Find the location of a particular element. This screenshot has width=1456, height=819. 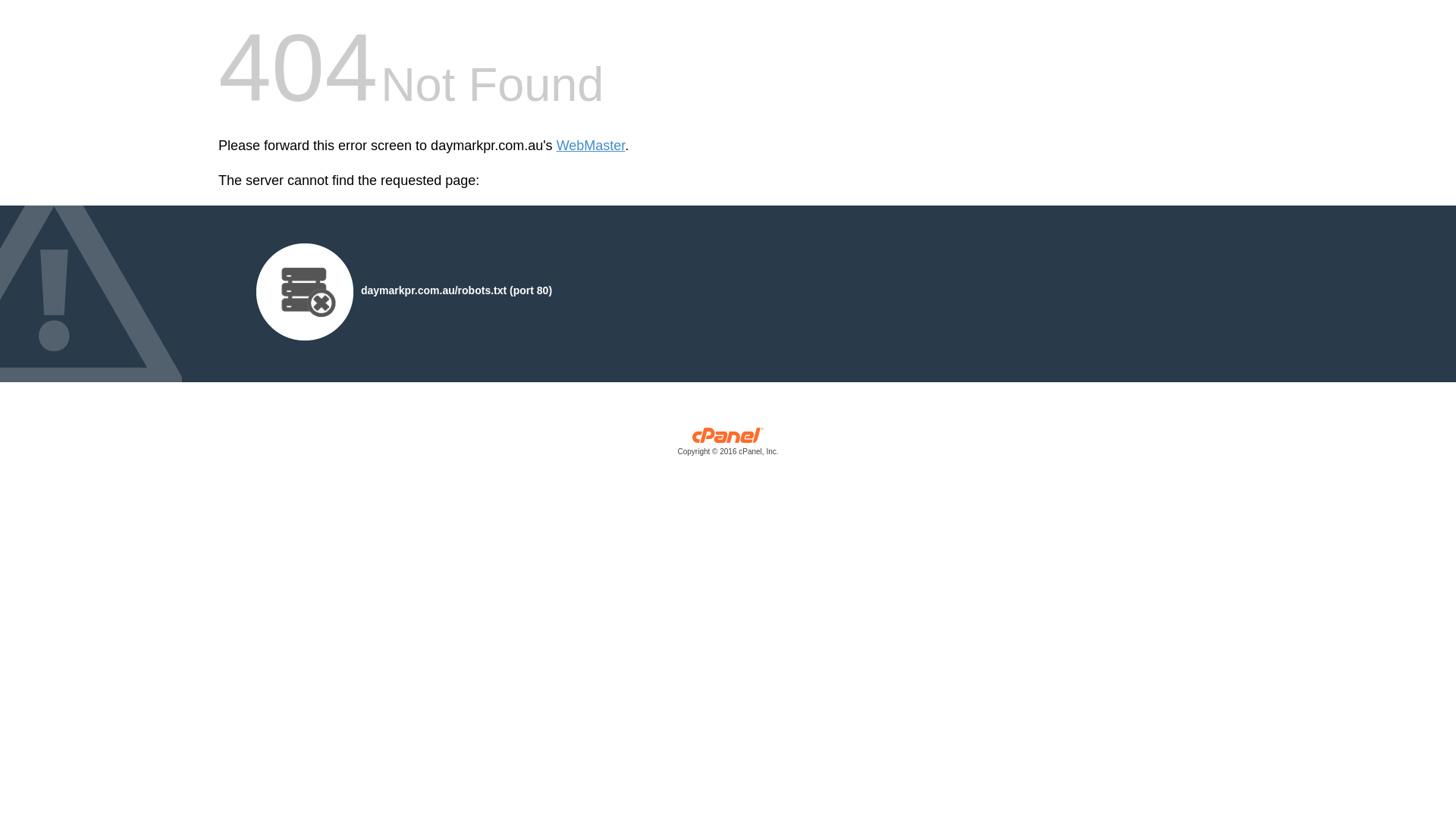

'WebMaster' is located at coordinates (590, 146).